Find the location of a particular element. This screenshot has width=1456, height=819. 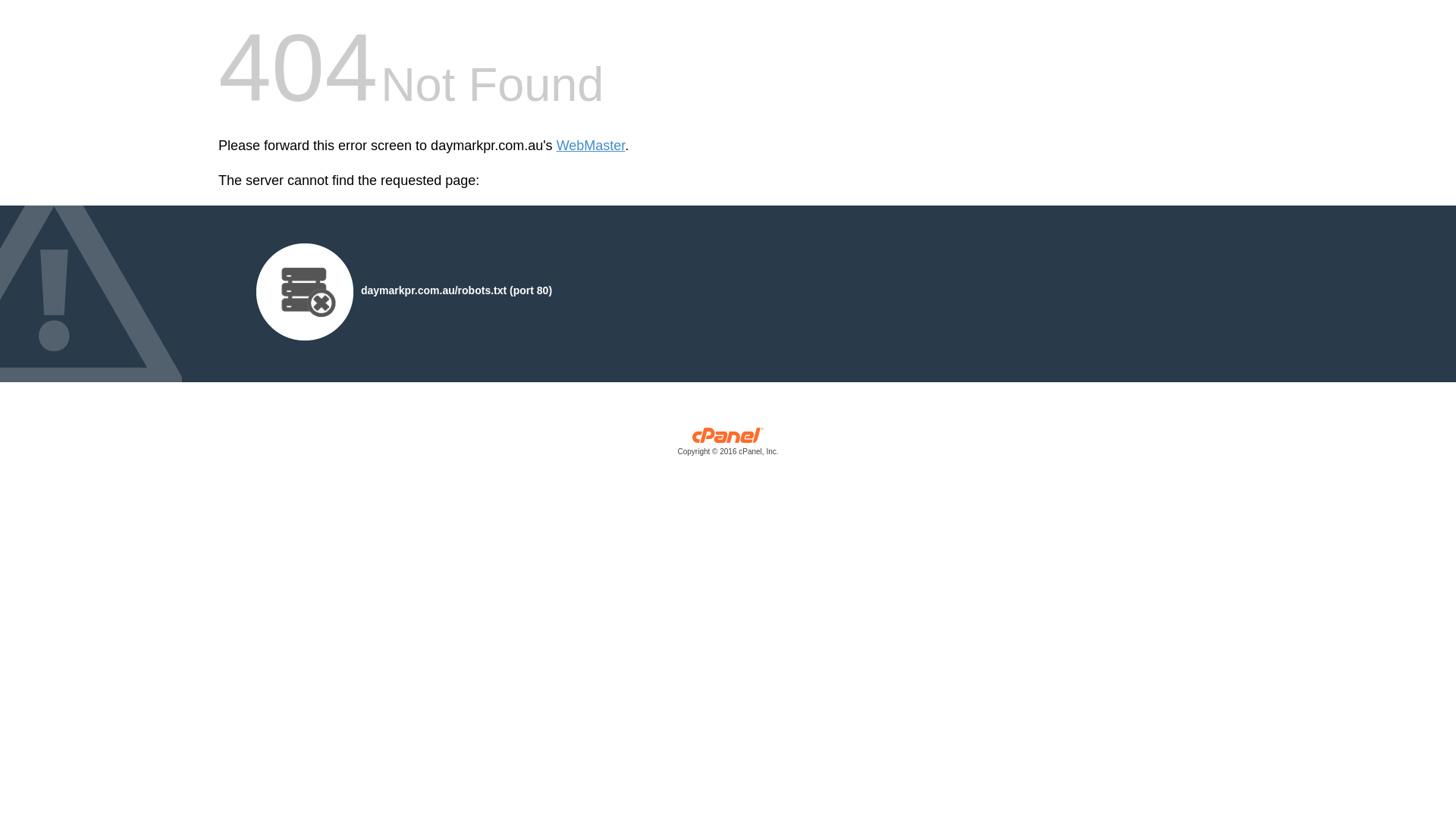

'WebMaster' is located at coordinates (590, 146).